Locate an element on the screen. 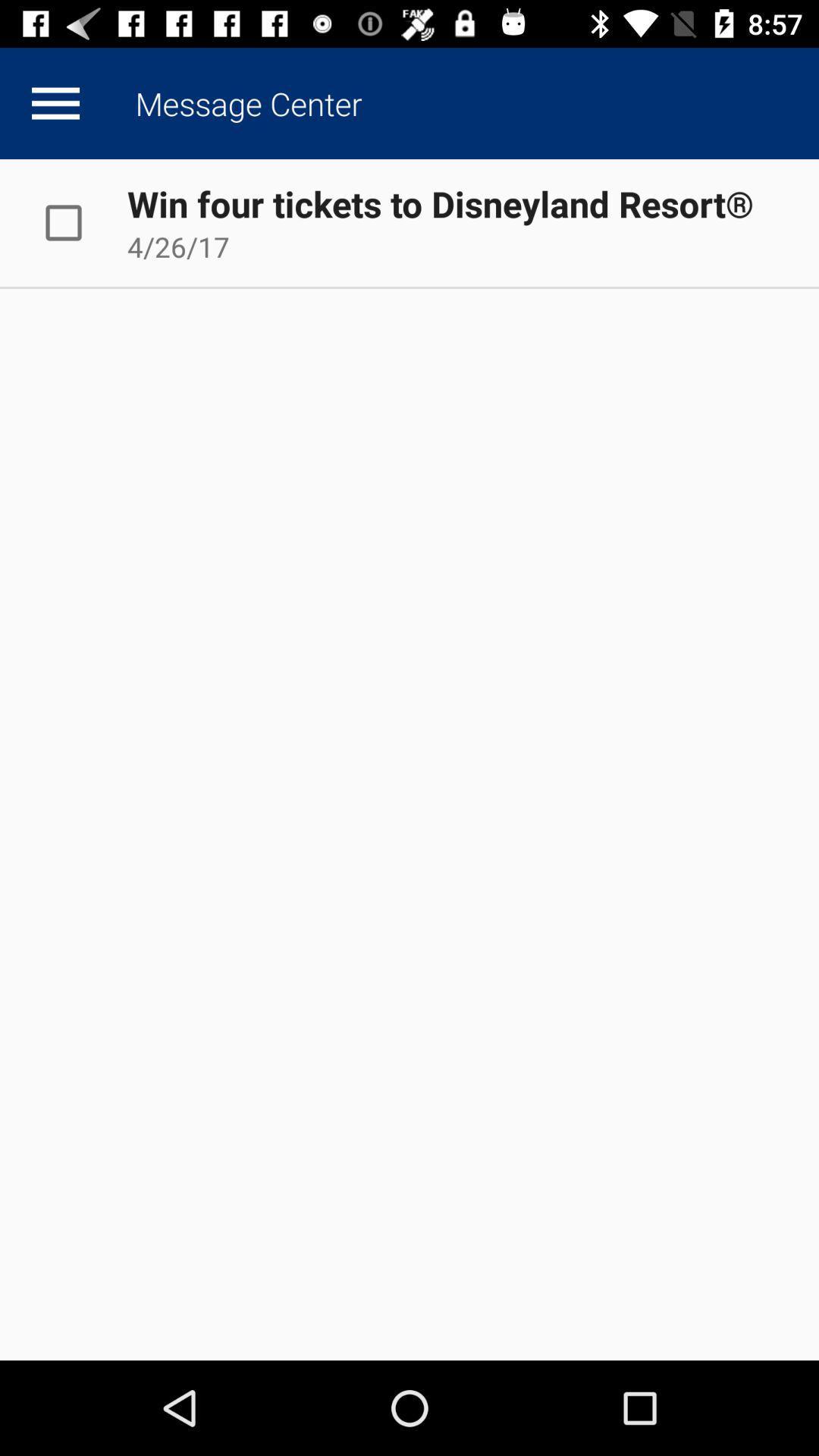  item below message center icon is located at coordinates (440, 202).